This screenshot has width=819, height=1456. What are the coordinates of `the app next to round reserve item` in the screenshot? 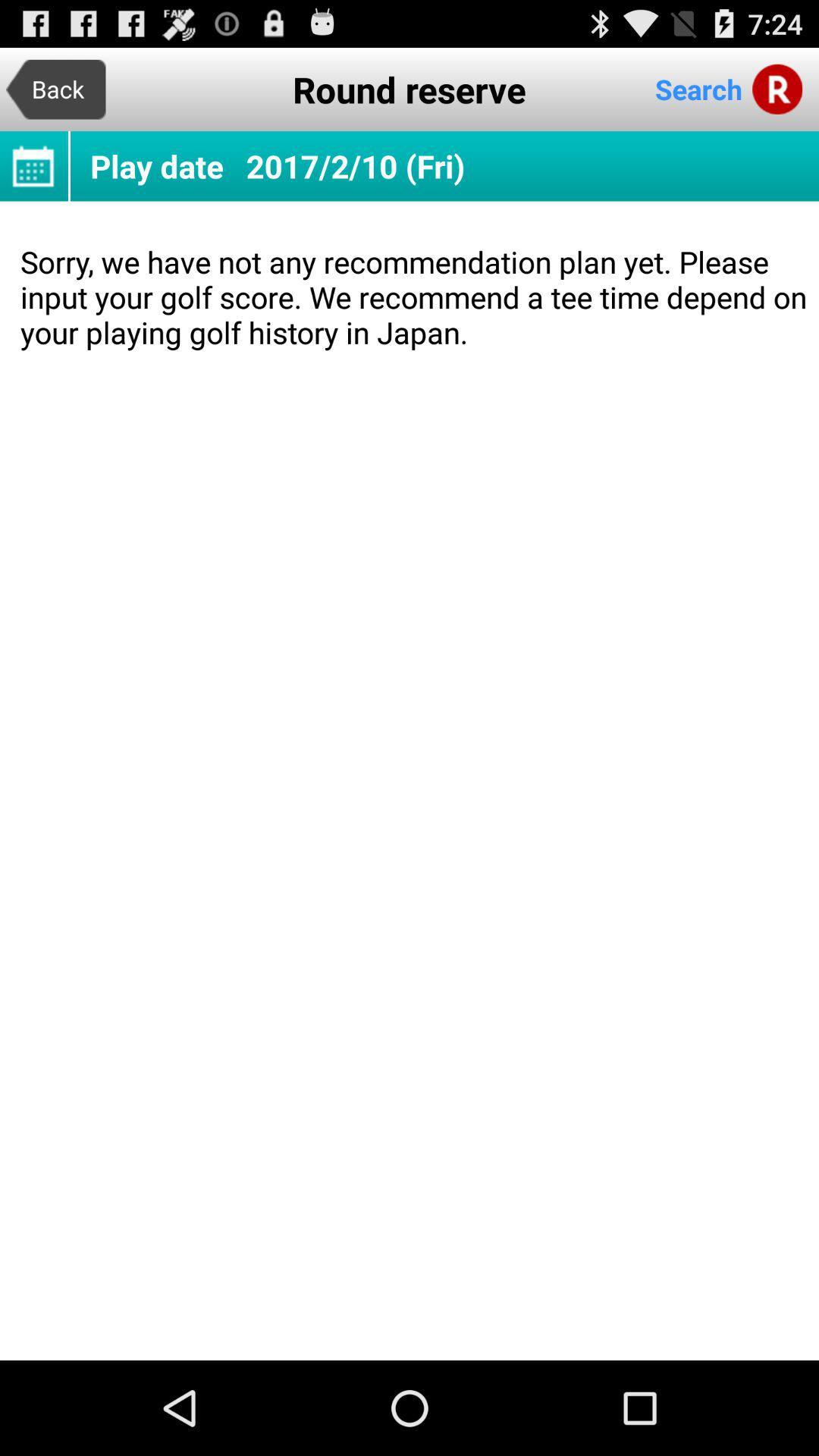 It's located at (55, 89).